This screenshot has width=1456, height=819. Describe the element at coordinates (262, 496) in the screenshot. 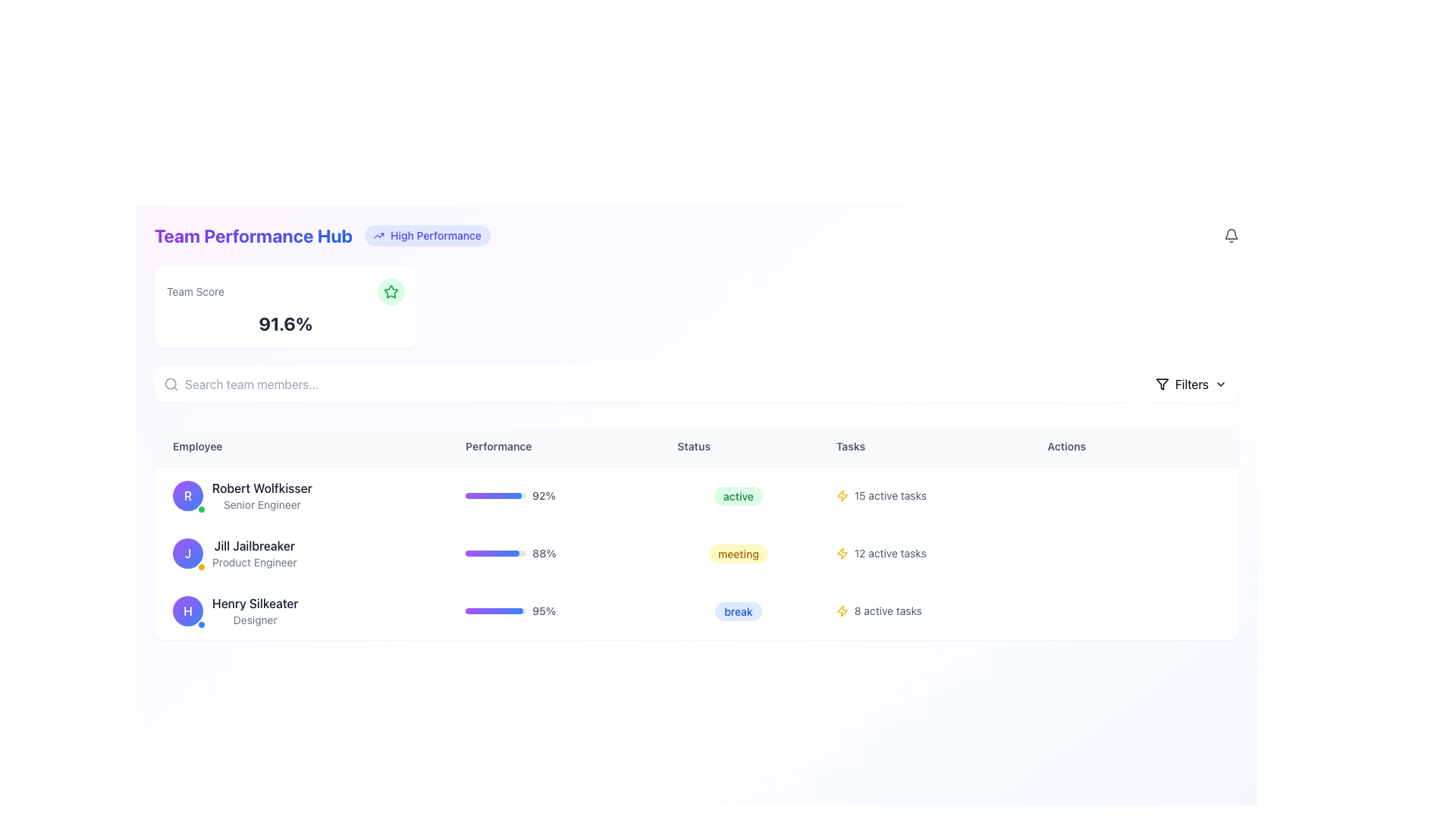

I see `displayed name and role of the employee in the first row of the 'Employee' column, located to the right of the circular avatar with the initial 'R.'` at that location.